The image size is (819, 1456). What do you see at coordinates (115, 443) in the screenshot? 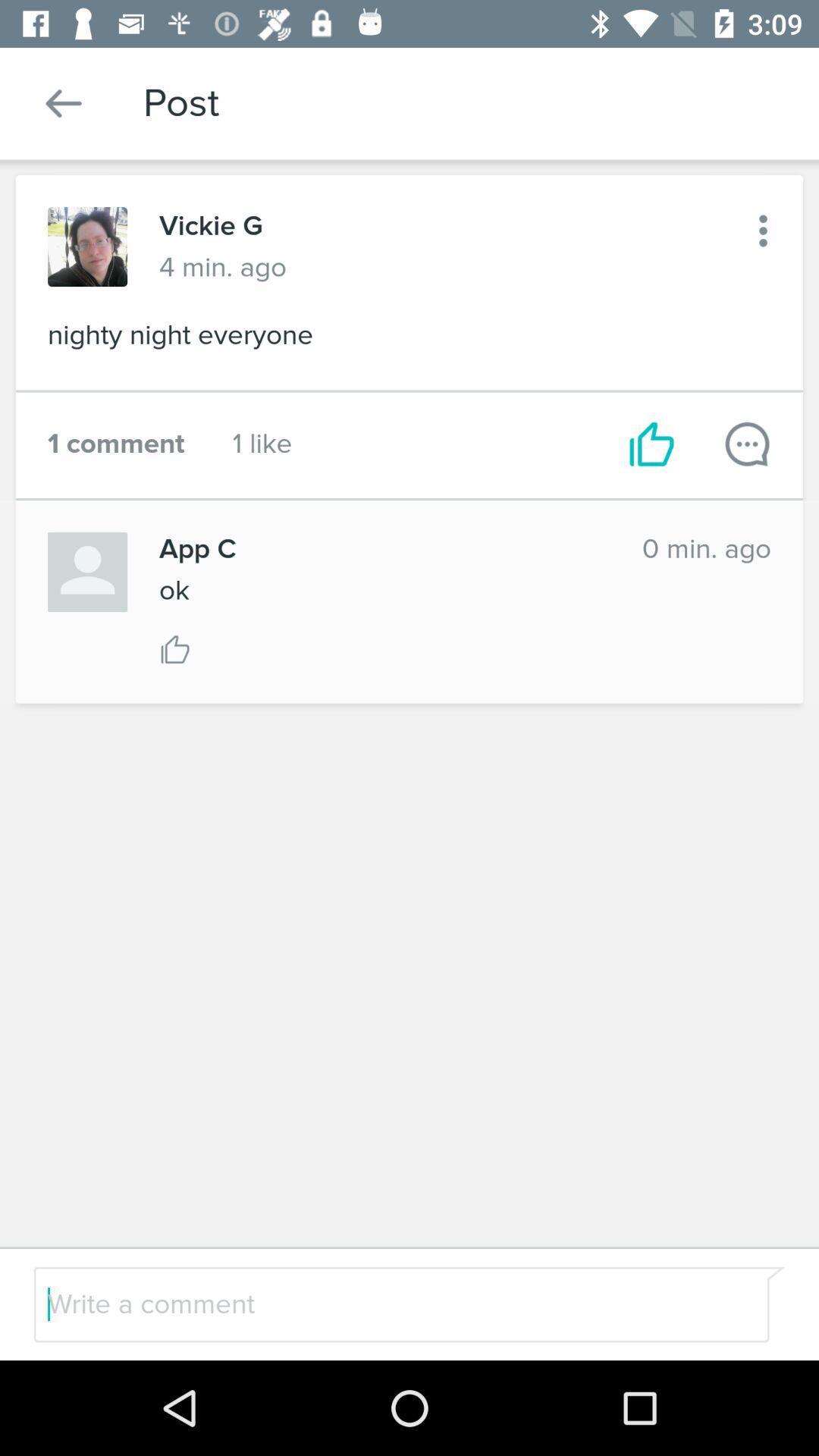
I see `the 1 comment item` at bounding box center [115, 443].